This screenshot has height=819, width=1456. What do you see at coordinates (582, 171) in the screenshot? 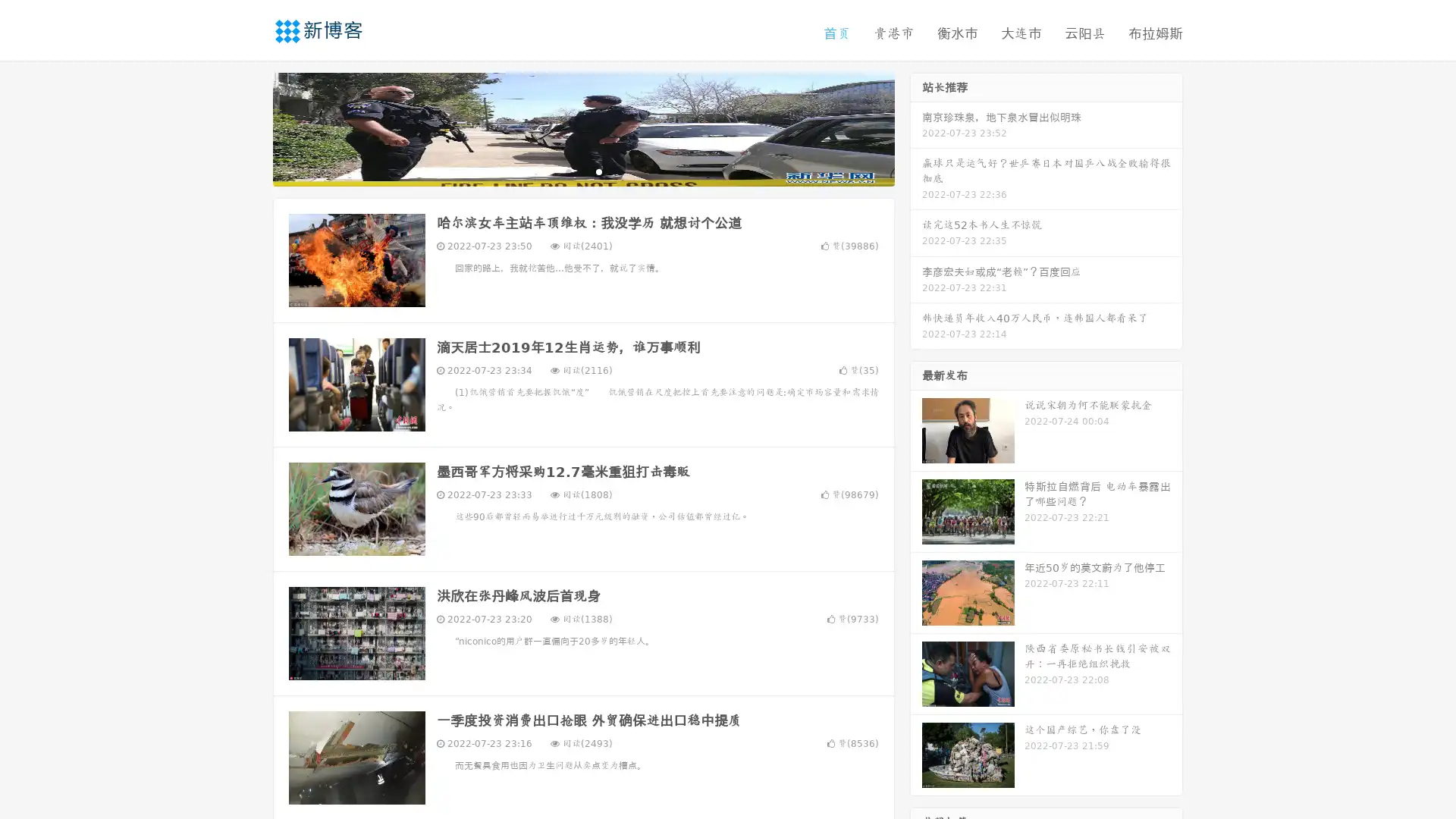
I see `Go to slide 2` at bounding box center [582, 171].